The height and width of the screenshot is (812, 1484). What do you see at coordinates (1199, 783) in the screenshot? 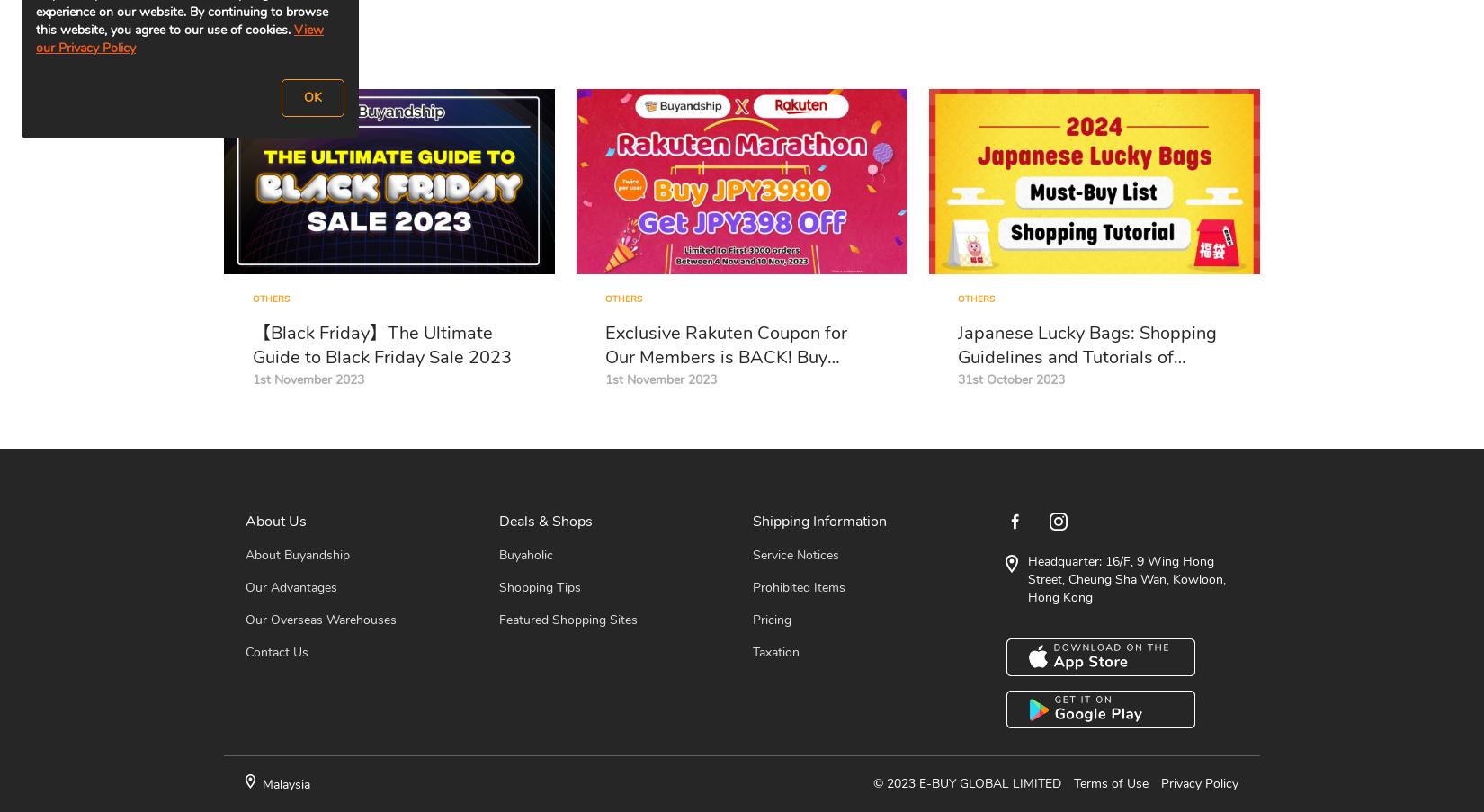
I see `'Privacy Policy'` at bounding box center [1199, 783].